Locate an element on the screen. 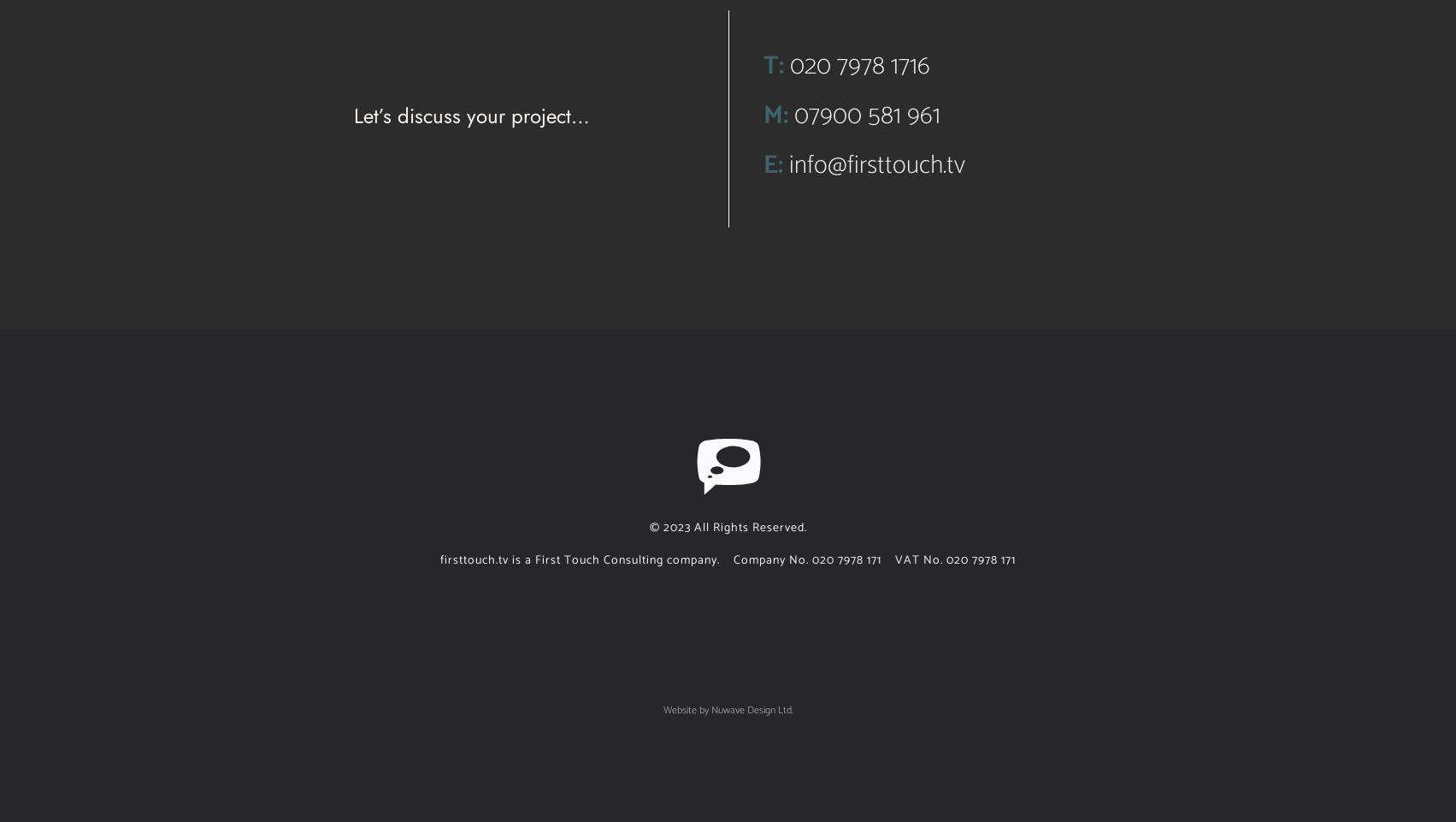  '07900 581 961' is located at coordinates (865, 115).